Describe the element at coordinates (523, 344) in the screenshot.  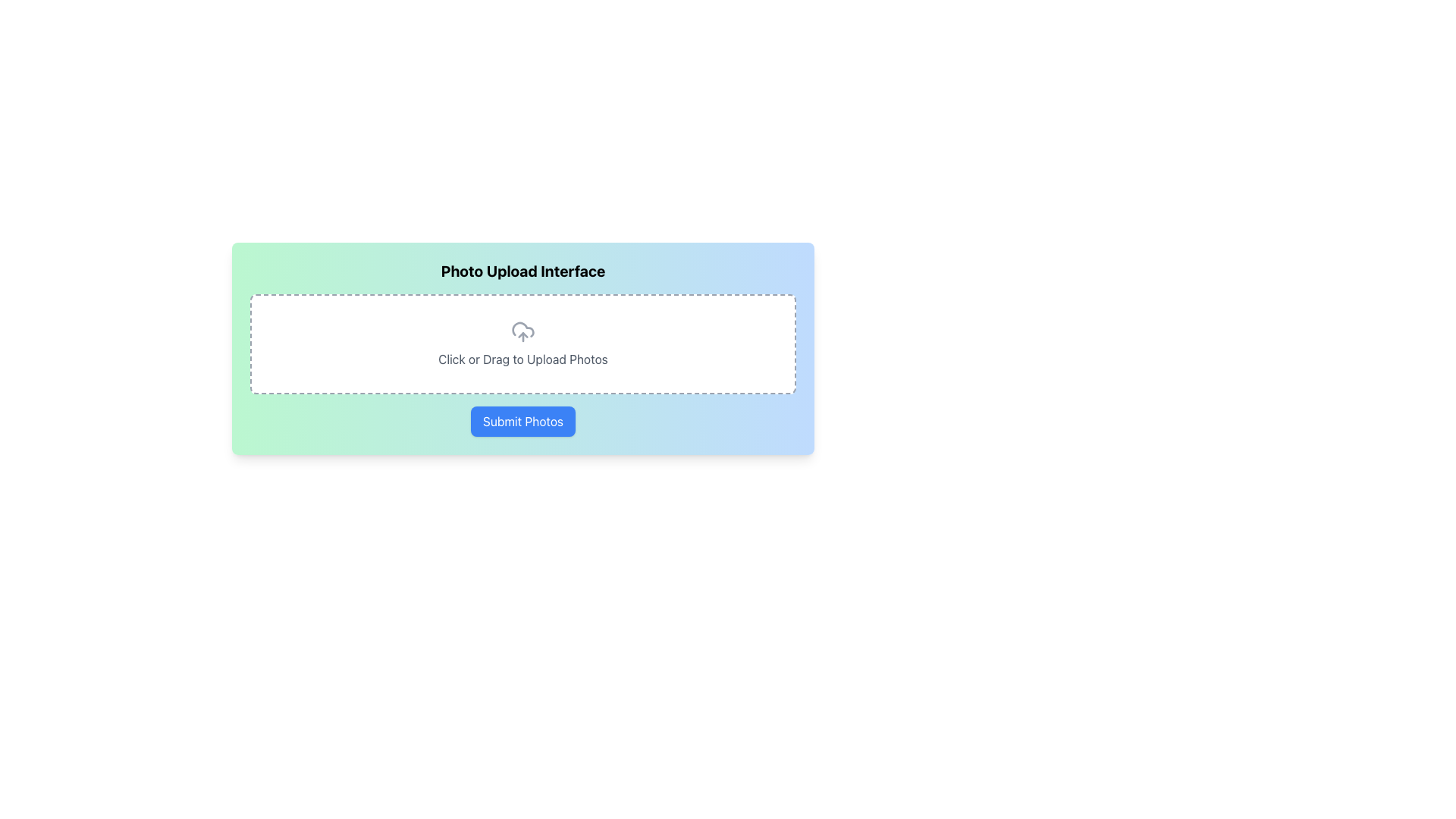
I see `the File upload drop area, which is a rectangular component with a white background, dashed gray borders, and a centered cloud icon with an upward arrow, along with the text 'Click or Drag to Upload Photos'` at that location.